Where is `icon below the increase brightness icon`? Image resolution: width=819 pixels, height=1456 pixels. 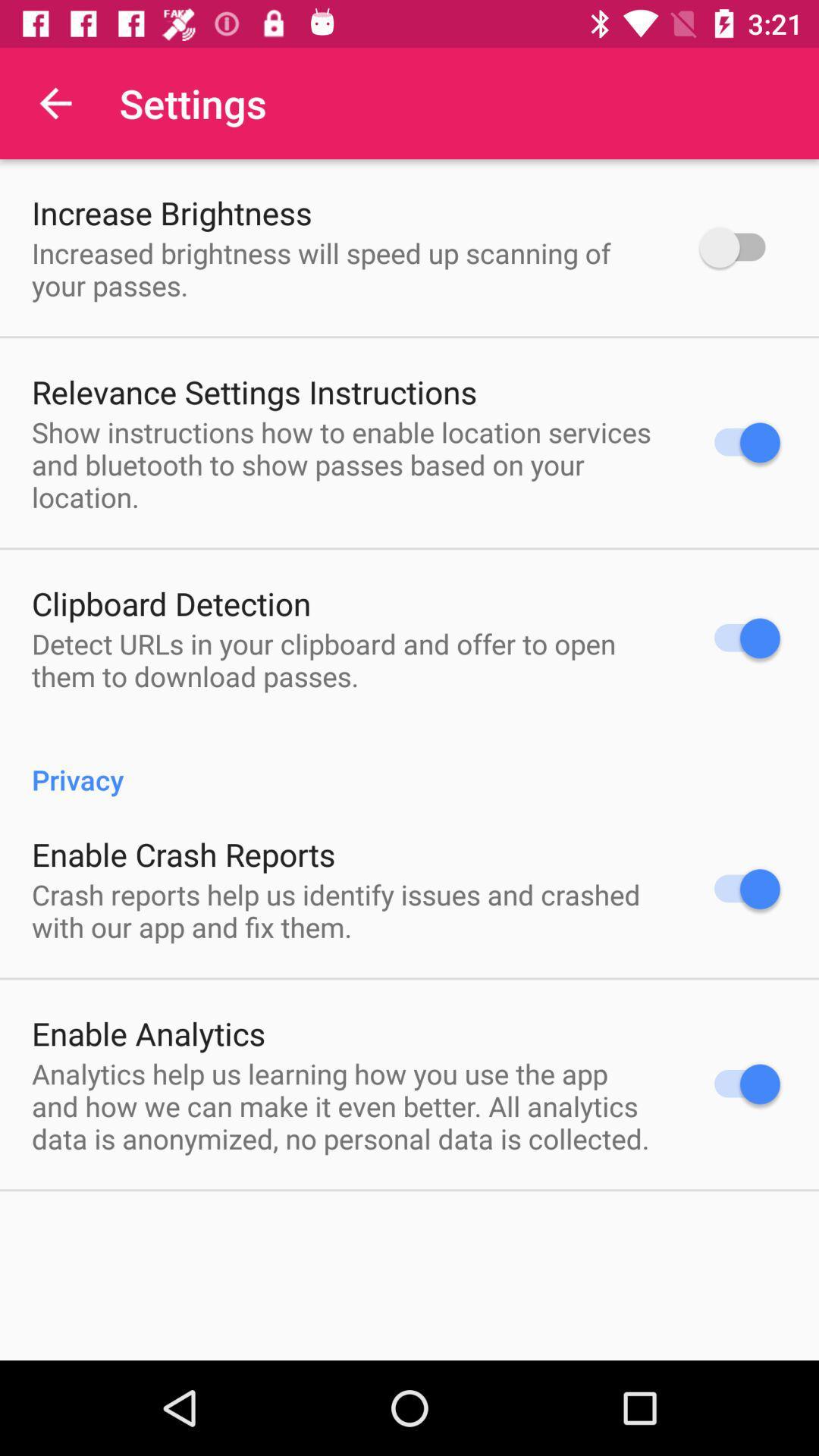
icon below the increase brightness icon is located at coordinates (346, 269).